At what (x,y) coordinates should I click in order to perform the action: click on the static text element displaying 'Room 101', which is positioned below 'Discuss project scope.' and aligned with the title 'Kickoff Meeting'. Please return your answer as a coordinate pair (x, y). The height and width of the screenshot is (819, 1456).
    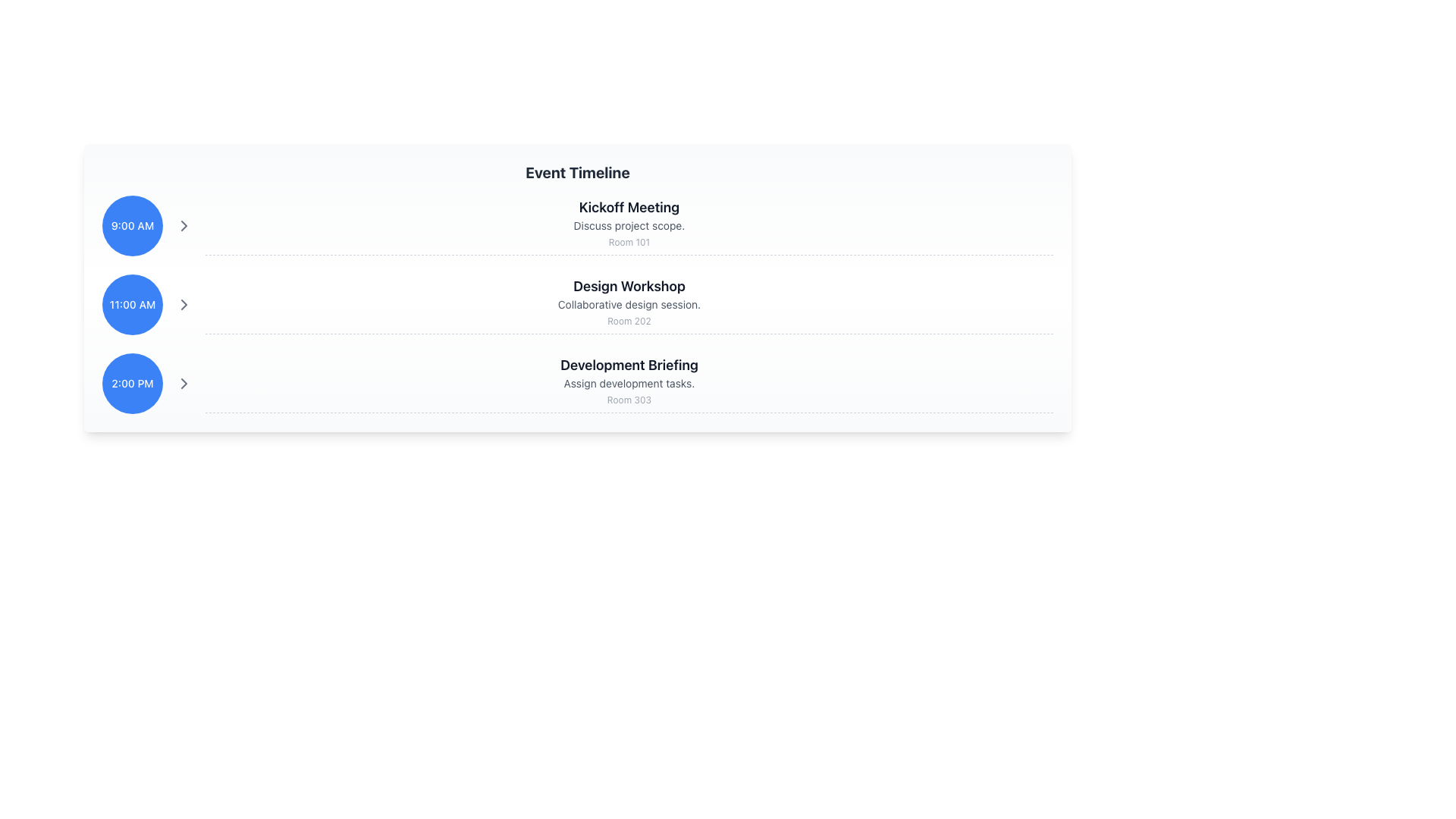
    Looking at the image, I should click on (629, 241).